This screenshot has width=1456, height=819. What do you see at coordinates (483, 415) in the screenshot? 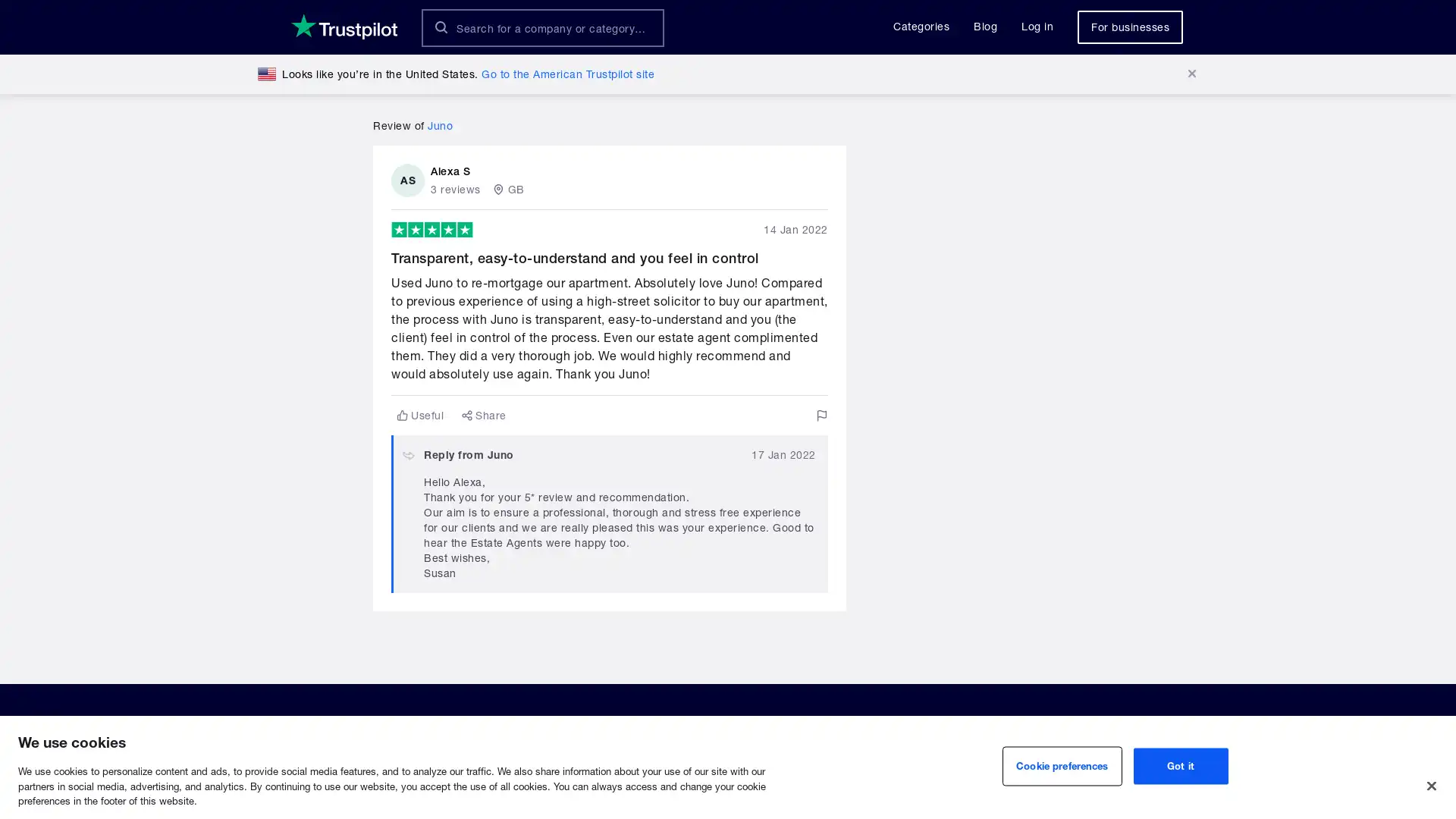
I see `Share` at bounding box center [483, 415].